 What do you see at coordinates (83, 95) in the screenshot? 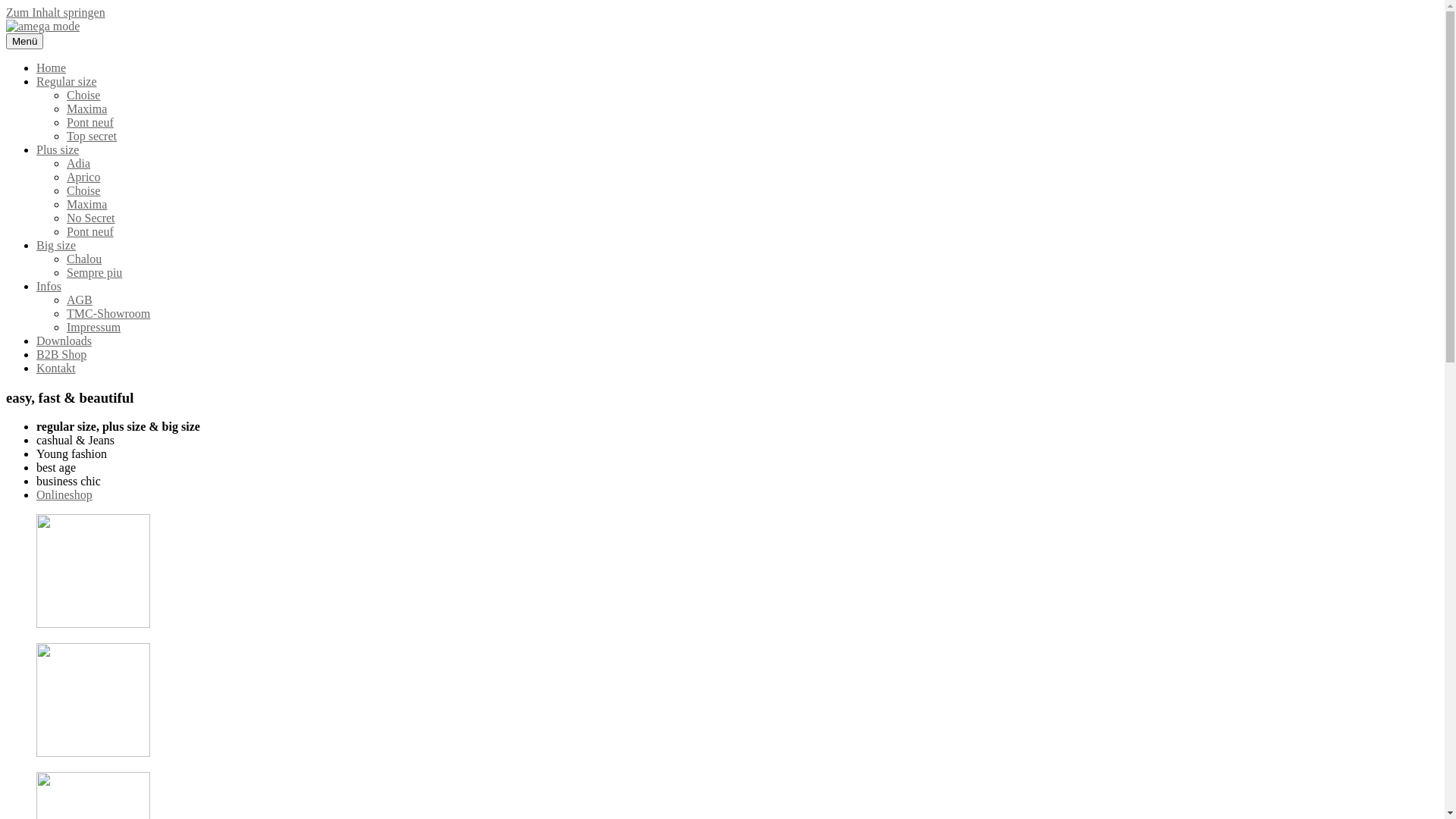
I see `'Choise'` at bounding box center [83, 95].